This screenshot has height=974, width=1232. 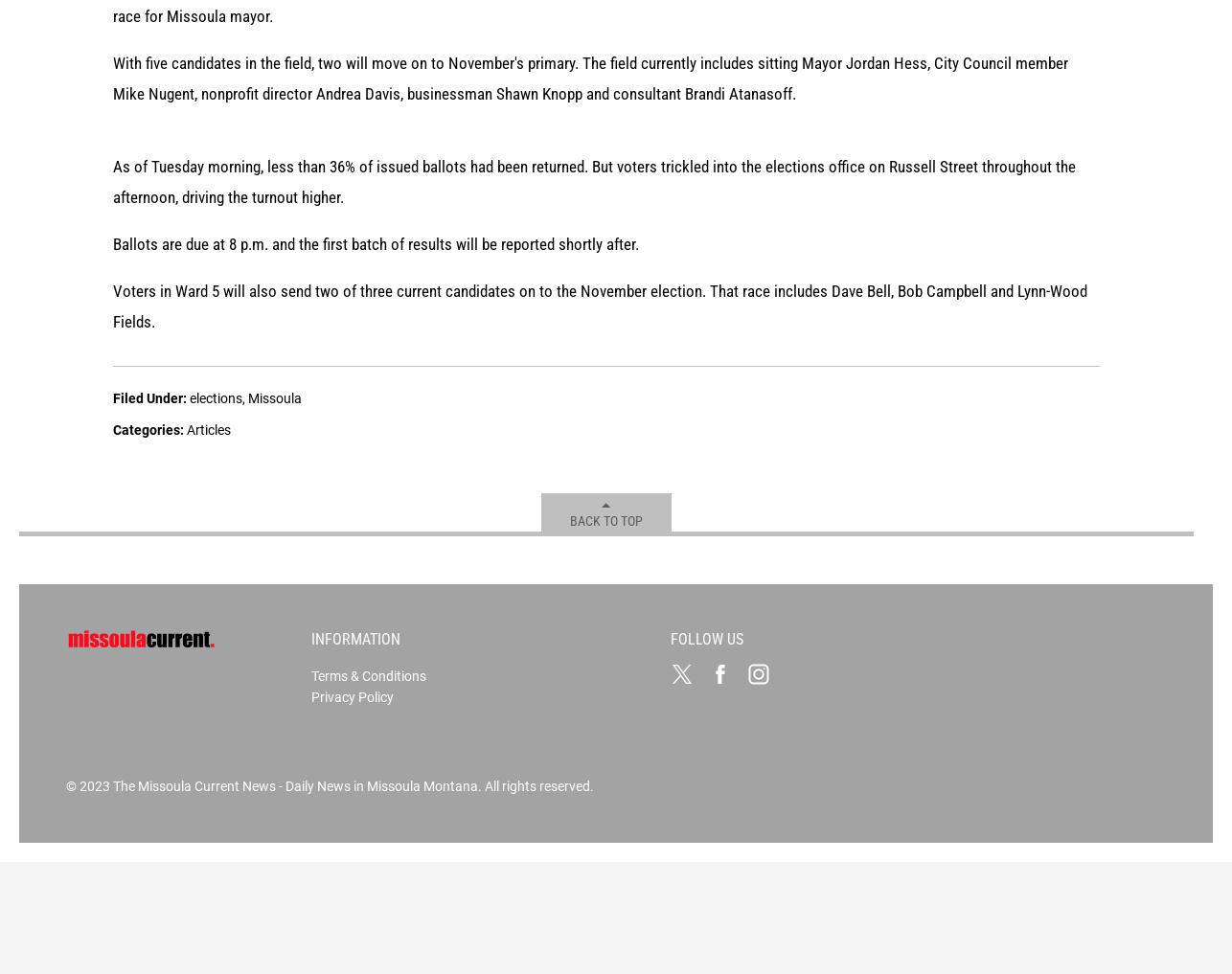 What do you see at coordinates (375, 528) in the screenshot?
I see `'Ballots are due at 8 p.m. and the first batch of results will be reported shortly after.'` at bounding box center [375, 528].